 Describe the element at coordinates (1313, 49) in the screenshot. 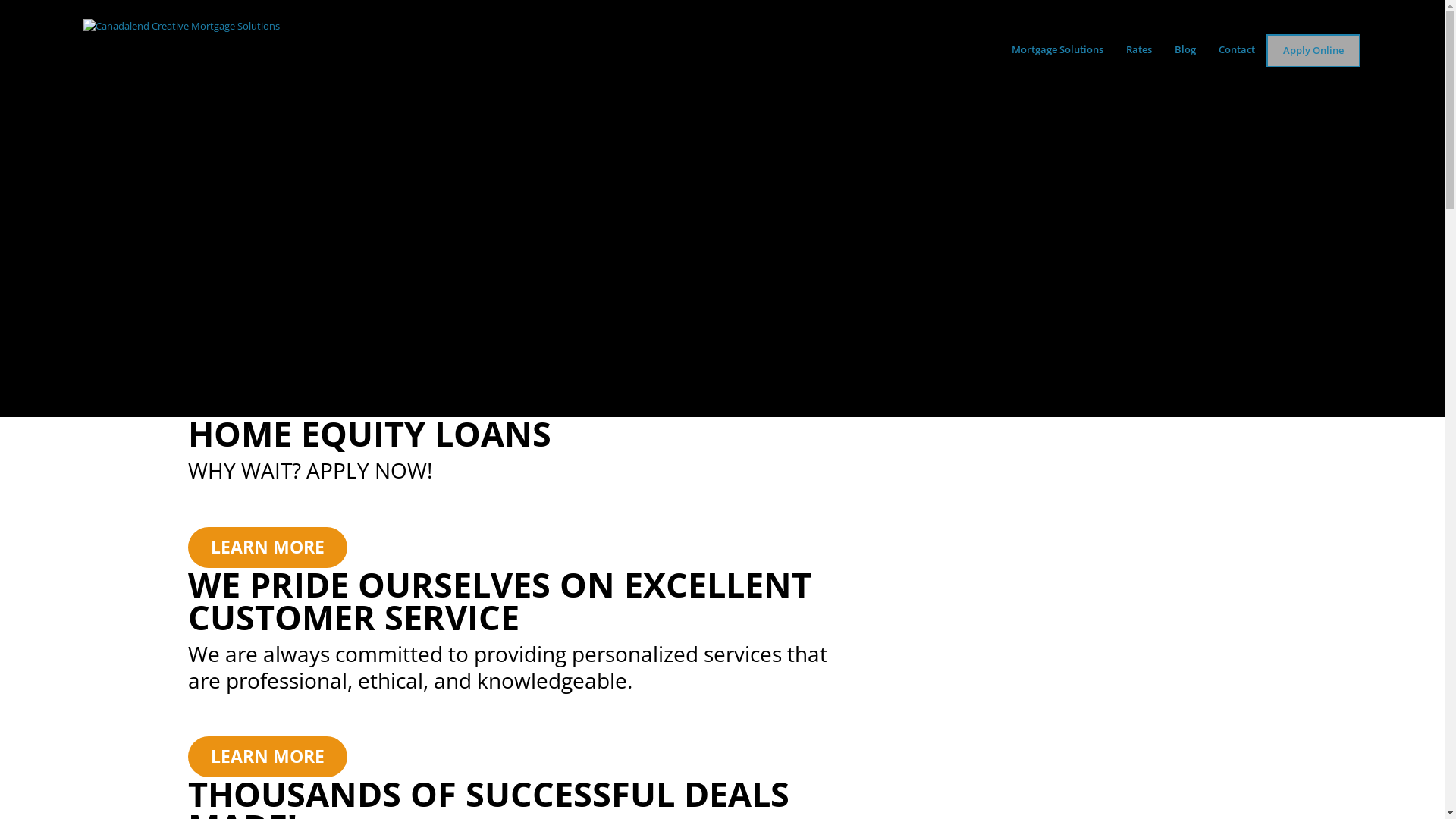

I see `'Apply Online'` at that location.